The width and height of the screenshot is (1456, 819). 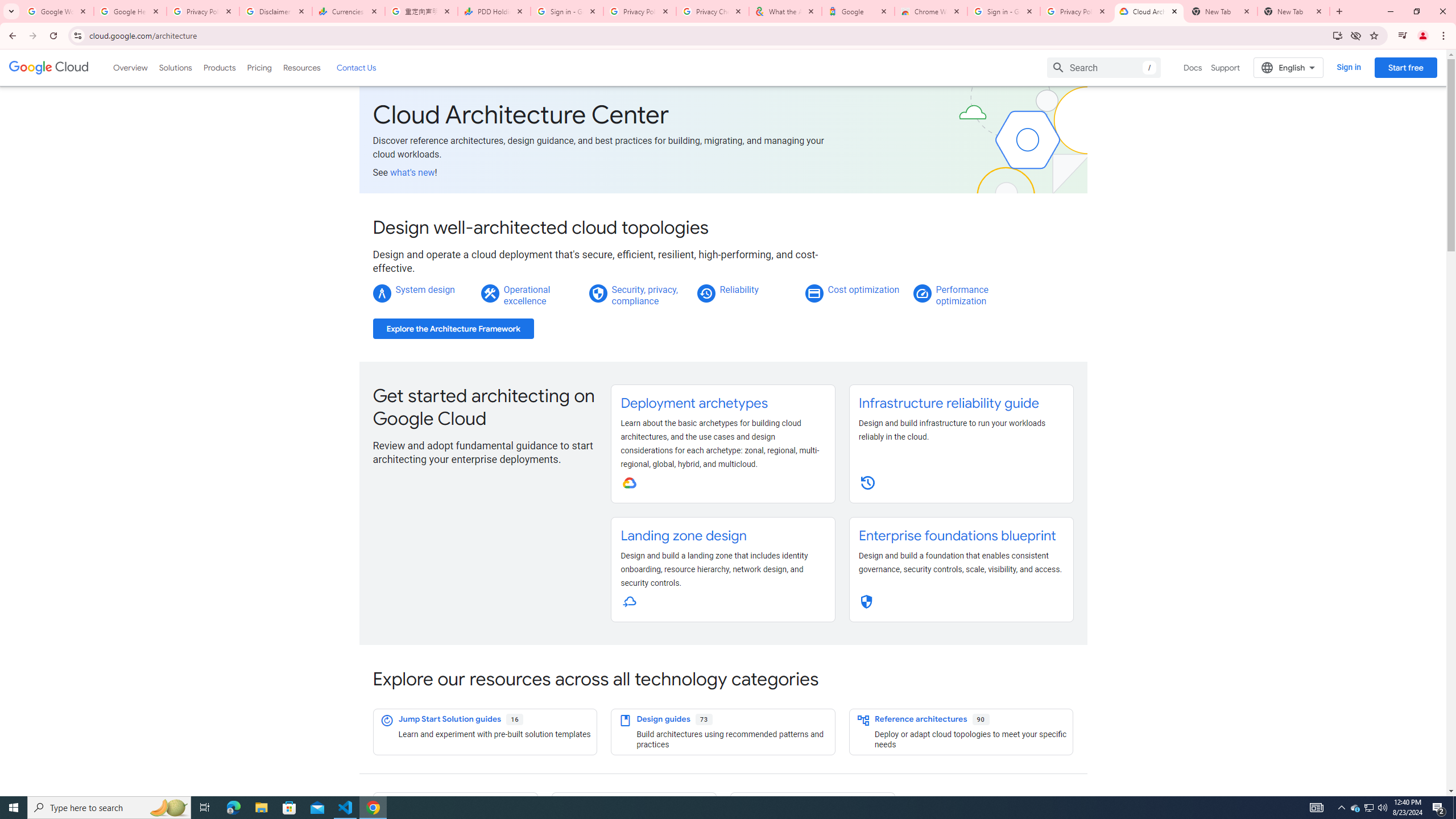 What do you see at coordinates (644, 295) in the screenshot?
I see `'Security, privacy, compliance'` at bounding box center [644, 295].